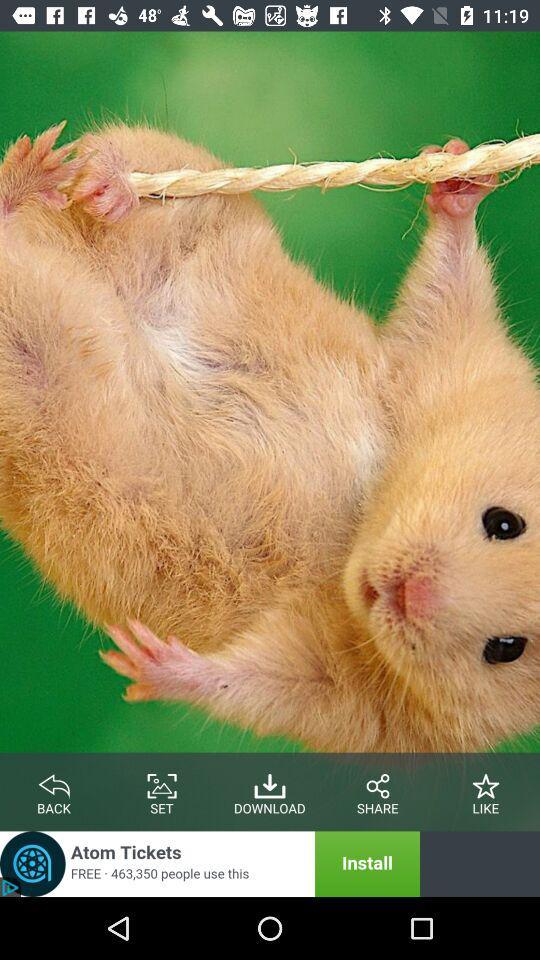 The height and width of the screenshot is (960, 540). I want to click on advertisement banner, so click(209, 863).